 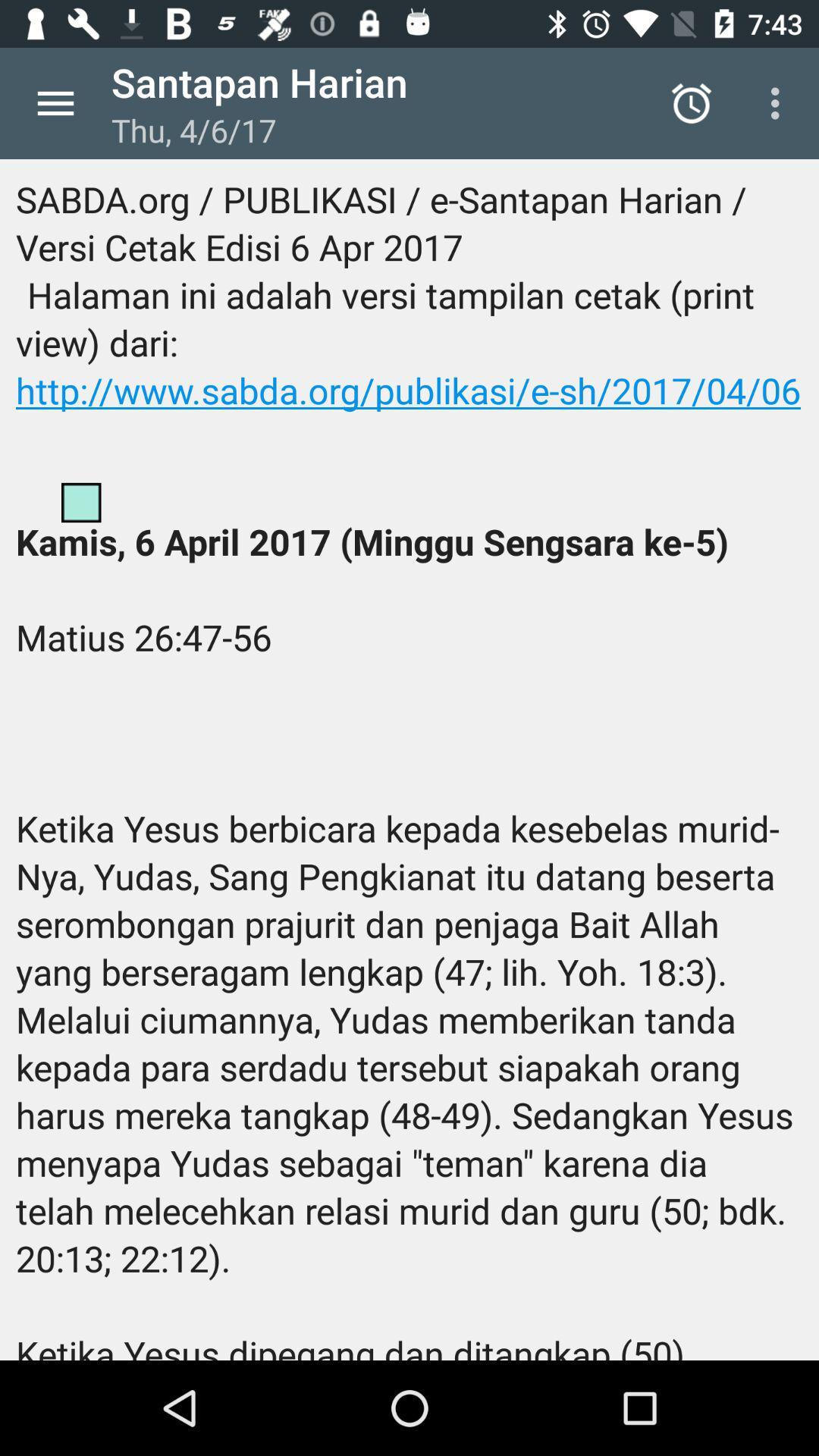 What do you see at coordinates (691, 102) in the screenshot?
I see `the item above the sabda org publikasi icon` at bounding box center [691, 102].